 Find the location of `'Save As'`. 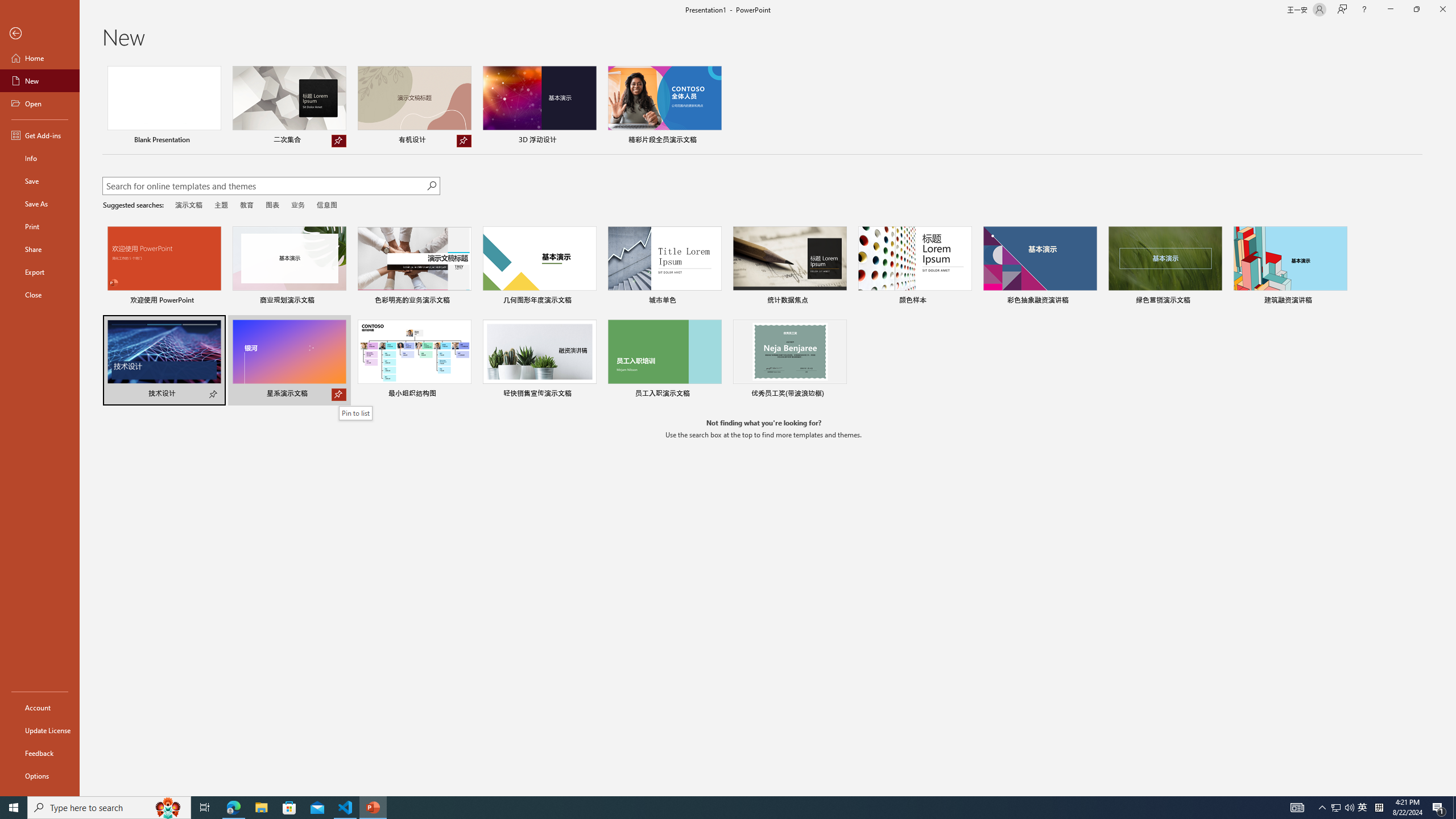

'Save As' is located at coordinates (39, 202).